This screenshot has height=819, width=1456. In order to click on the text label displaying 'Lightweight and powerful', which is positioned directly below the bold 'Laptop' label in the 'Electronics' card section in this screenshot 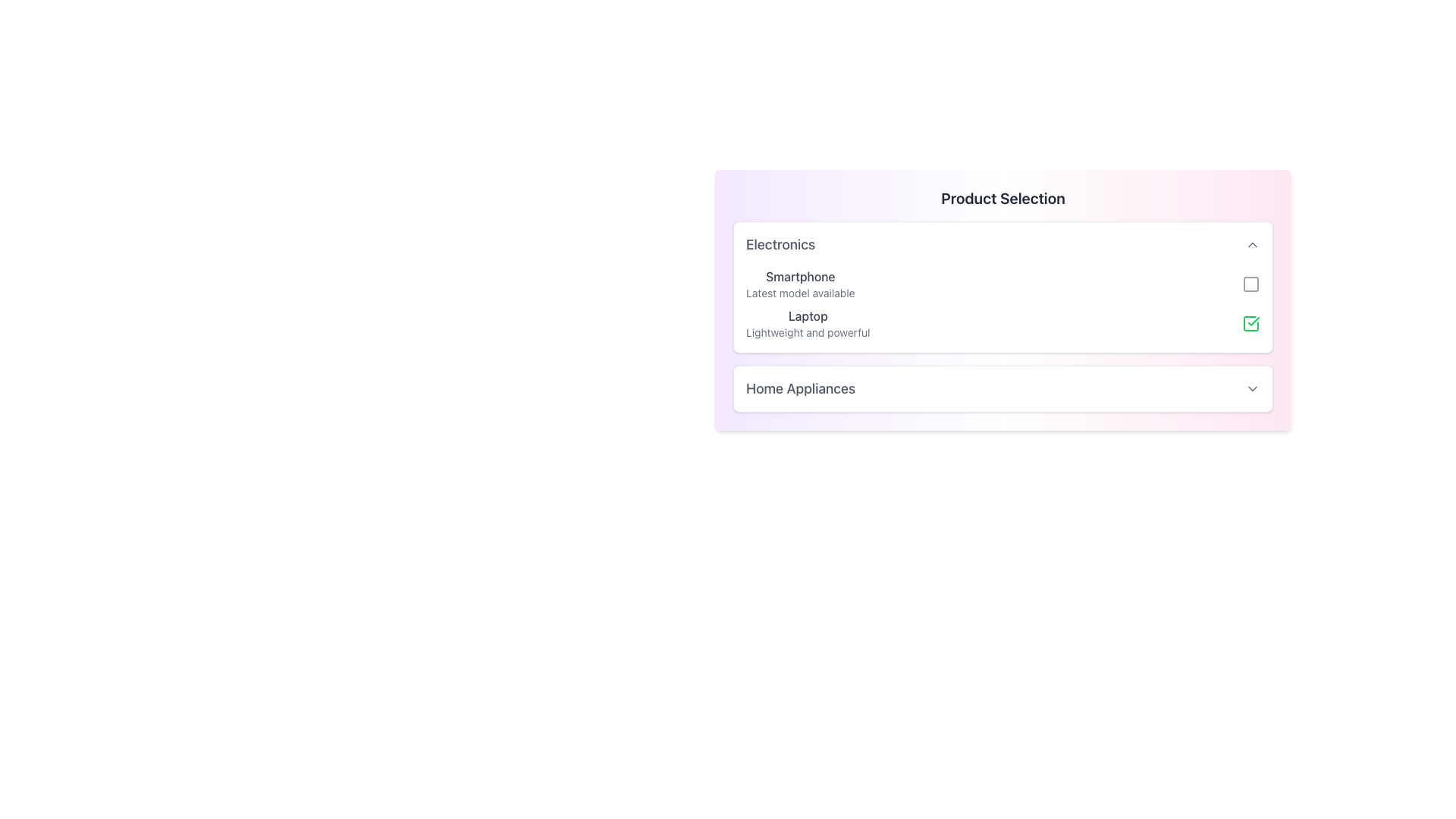, I will do `click(807, 332)`.